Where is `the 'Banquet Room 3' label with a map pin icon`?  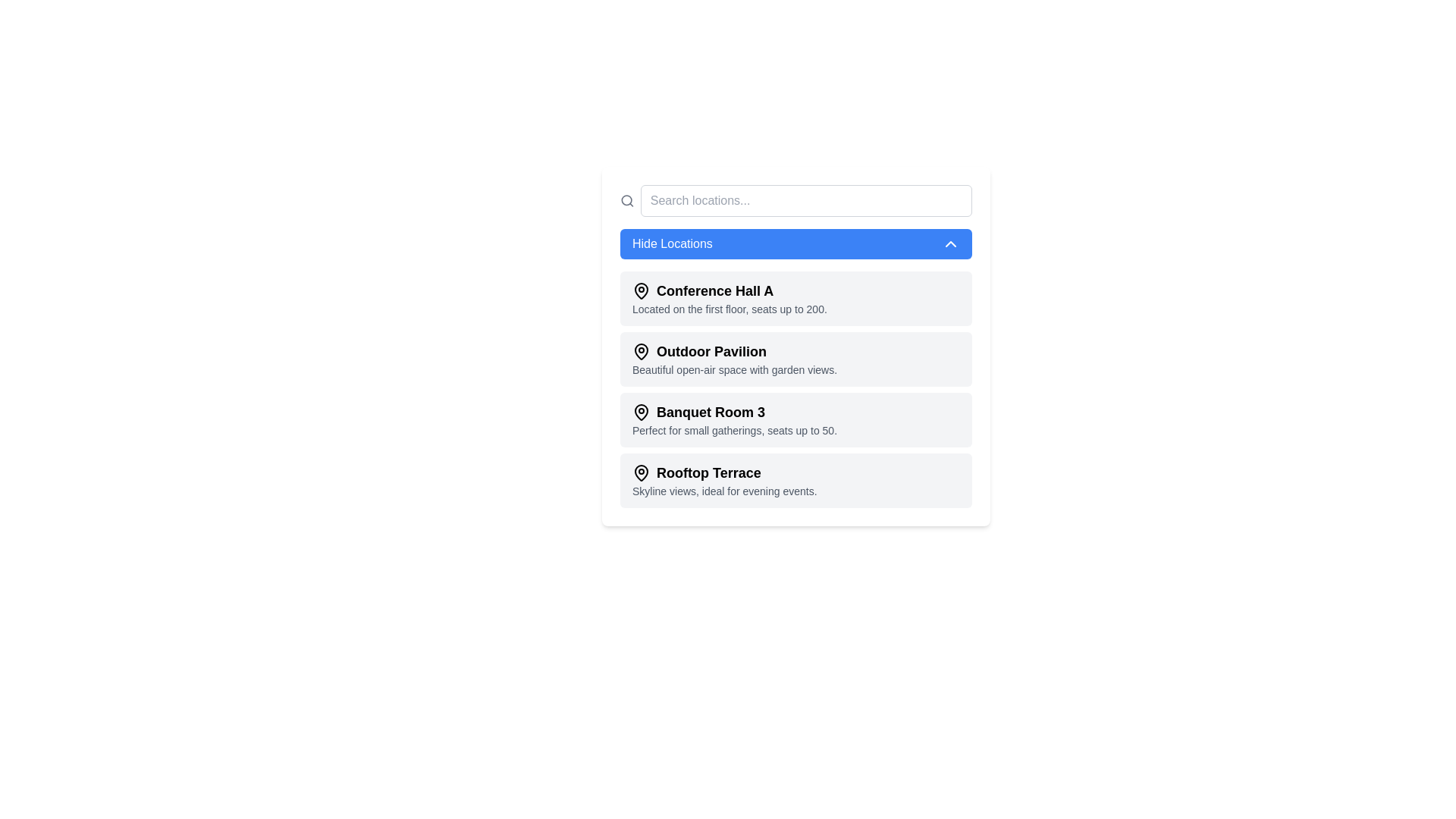
the 'Banquet Room 3' label with a map pin icon is located at coordinates (735, 412).